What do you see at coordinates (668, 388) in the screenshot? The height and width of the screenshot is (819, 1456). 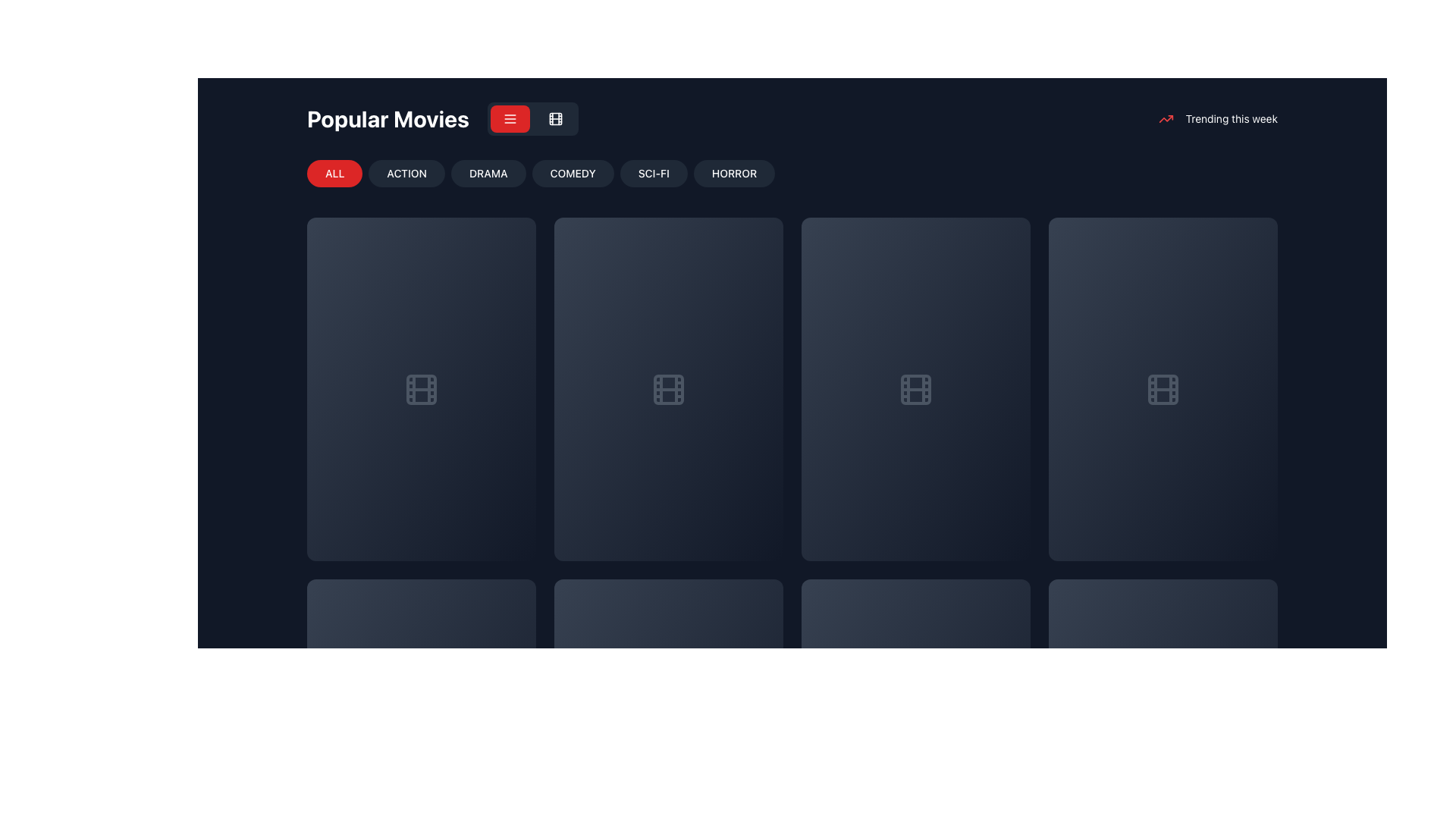 I see `the Icon component which is part of the film reel graphical icon, centered within the larger icon and styled in a dark color` at bounding box center [668, 388].